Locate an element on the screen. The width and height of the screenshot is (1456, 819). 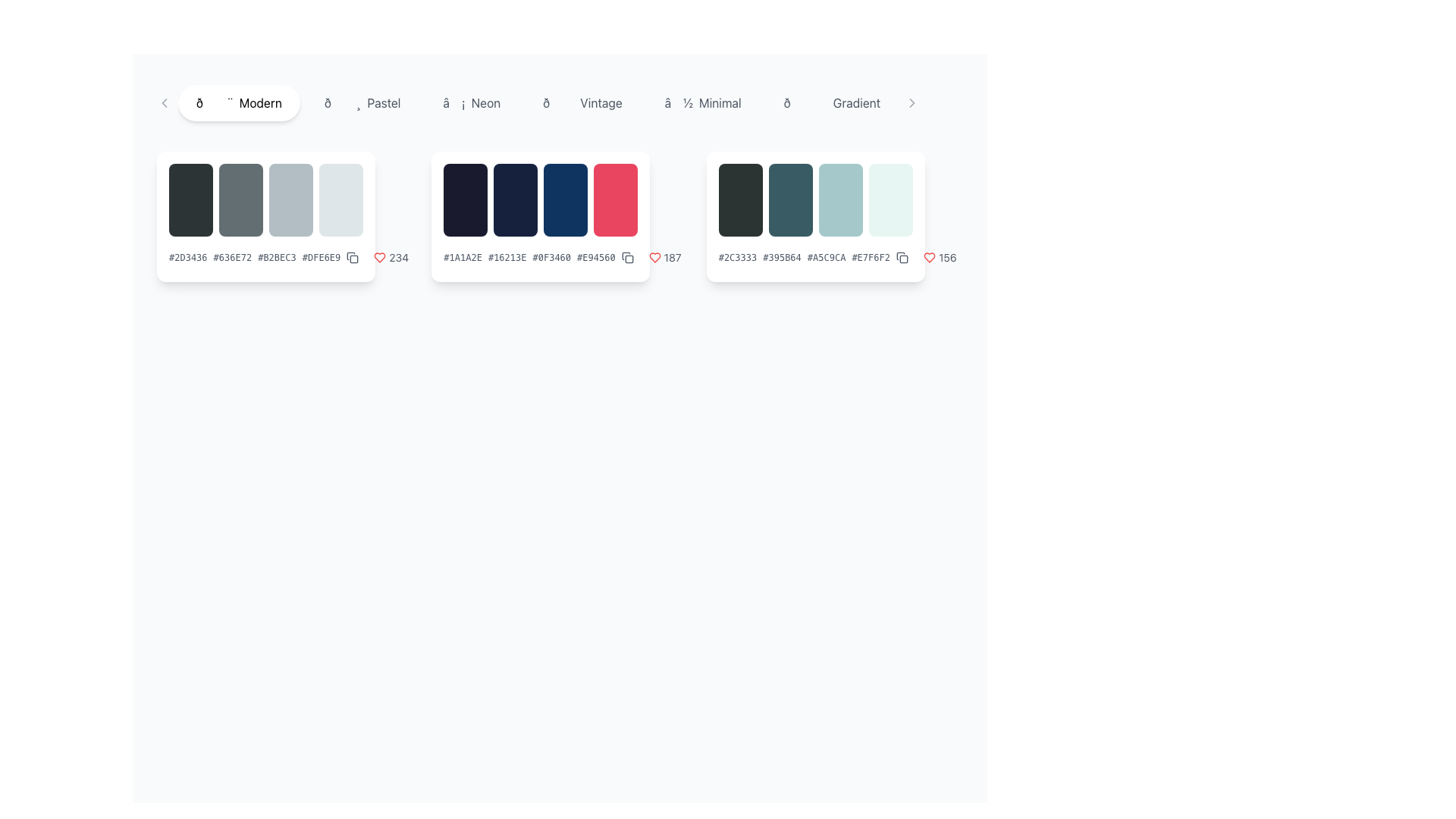
the leftmost Icon button in the category selection bar, which navigates left, adjacent to the 'Modern' category label is located at coordinates (164, 102).